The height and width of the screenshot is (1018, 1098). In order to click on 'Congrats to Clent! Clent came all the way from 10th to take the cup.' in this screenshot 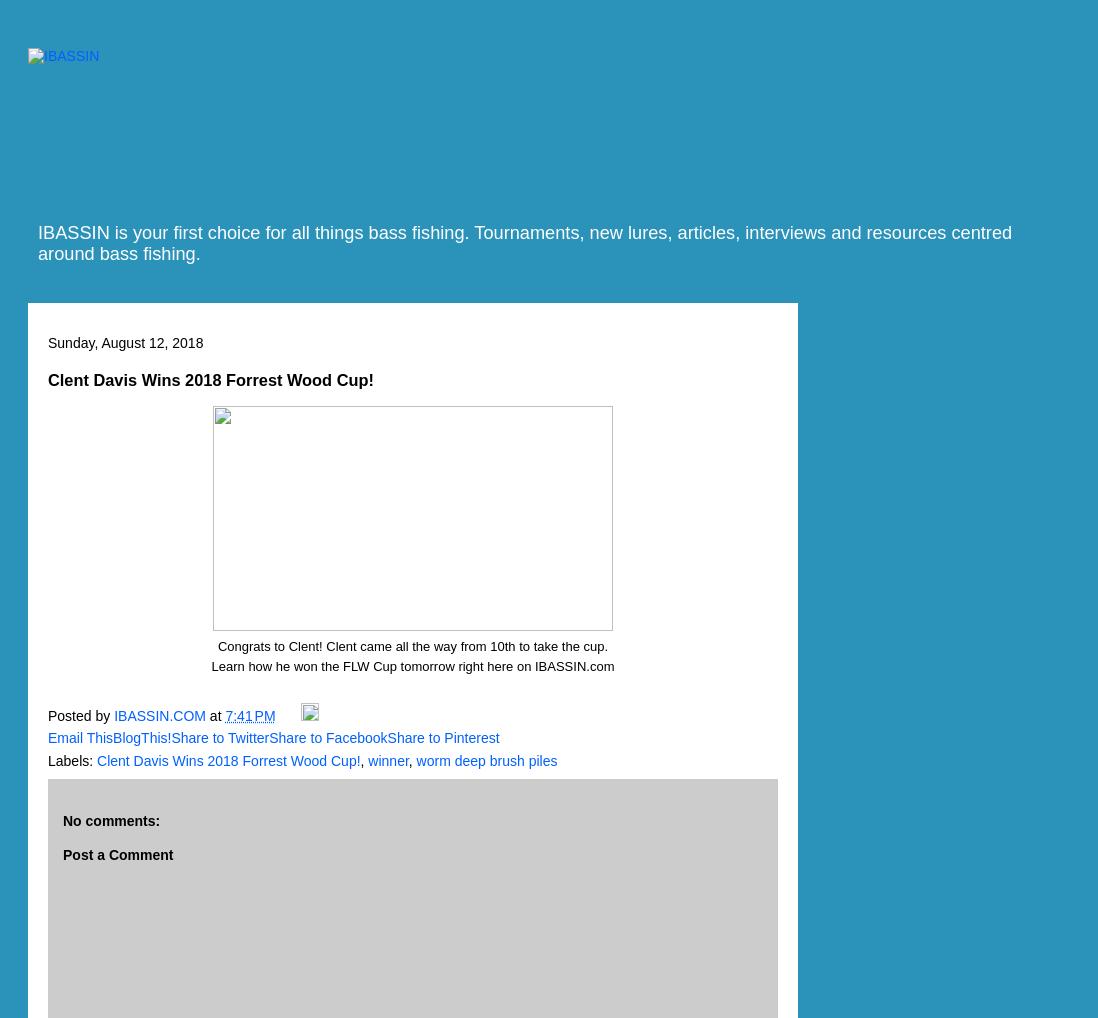, I will do `click(411, 644)`.